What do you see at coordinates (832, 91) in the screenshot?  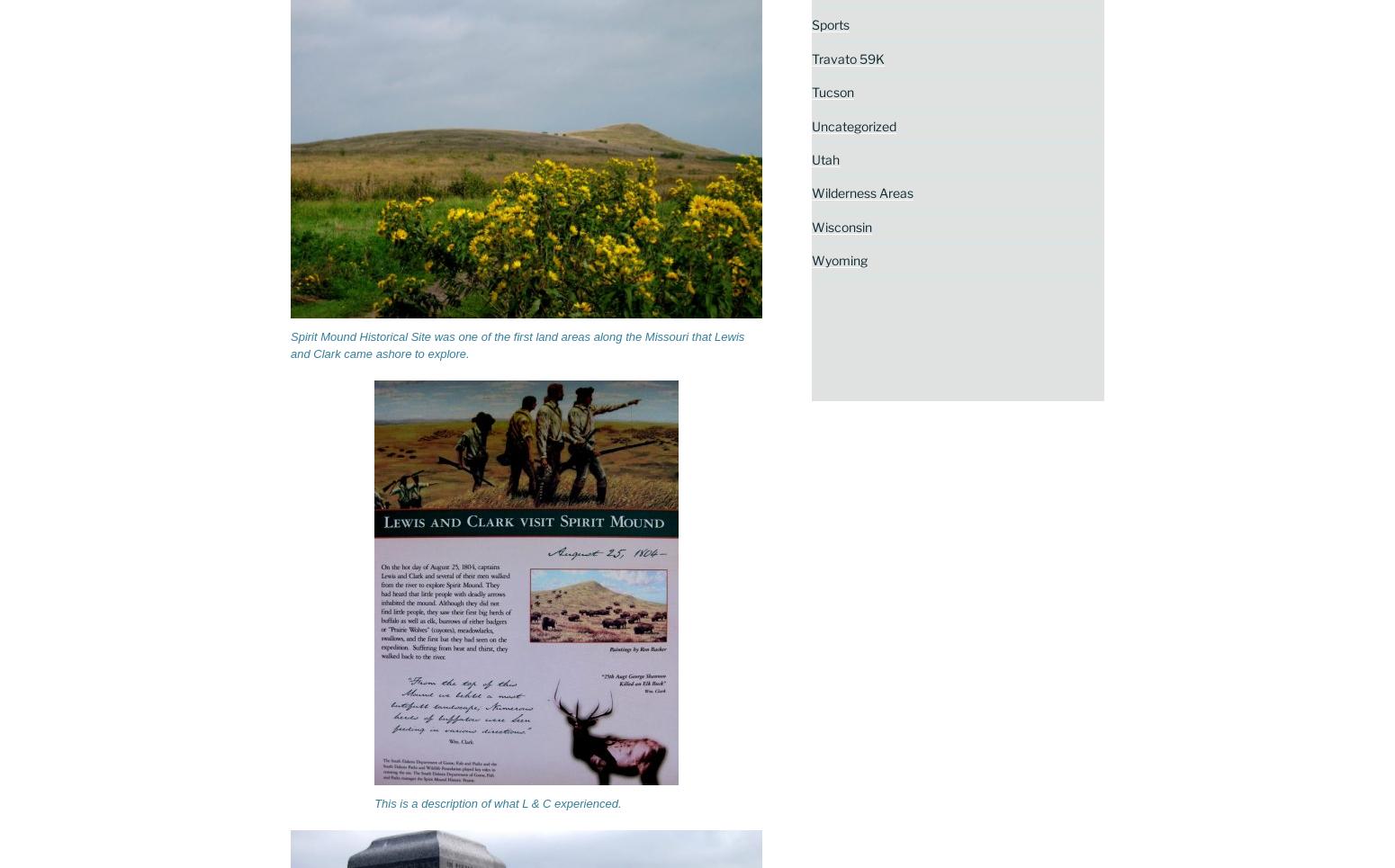 I see `'Tucson'` at bounding box center [832, 91].